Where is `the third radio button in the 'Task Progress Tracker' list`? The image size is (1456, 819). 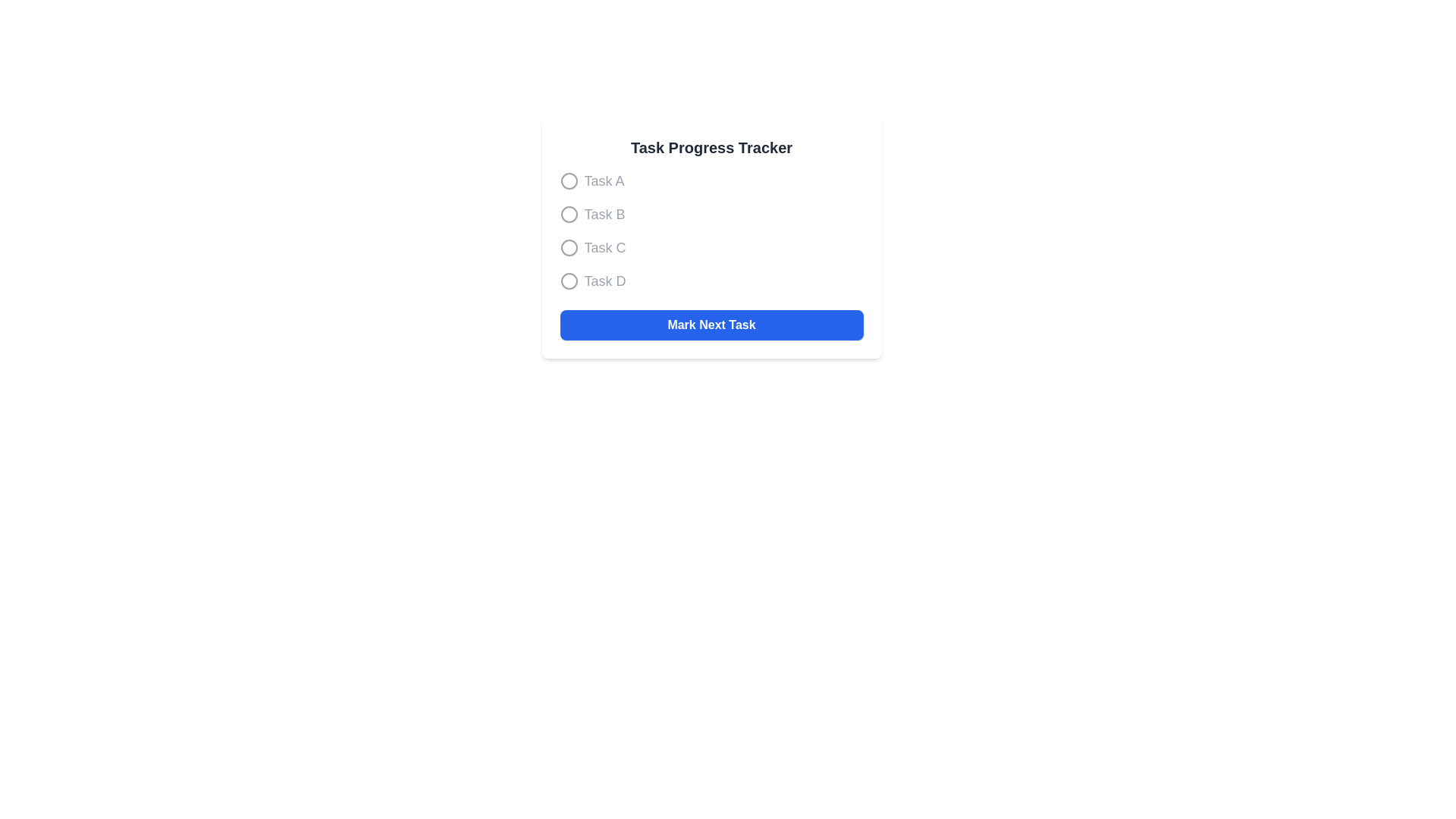 the third radio button in the 'Task Progress Tracker' list is located at coordinates (711, 247).